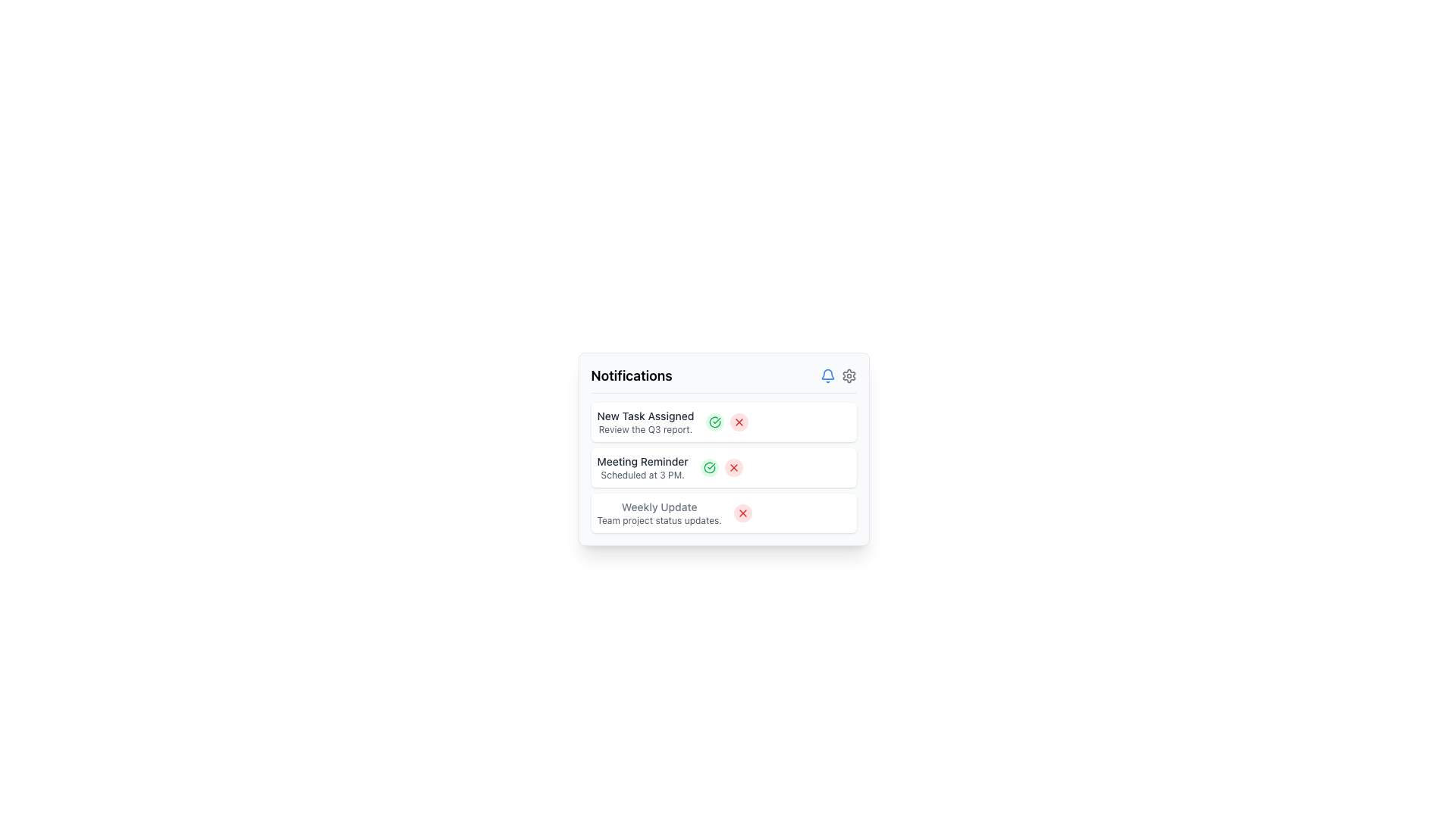  Describe the element at coordinates (733, 467) in the screenshot. I see `the delete button for the 'Meeting Reminder' notification` at that location.